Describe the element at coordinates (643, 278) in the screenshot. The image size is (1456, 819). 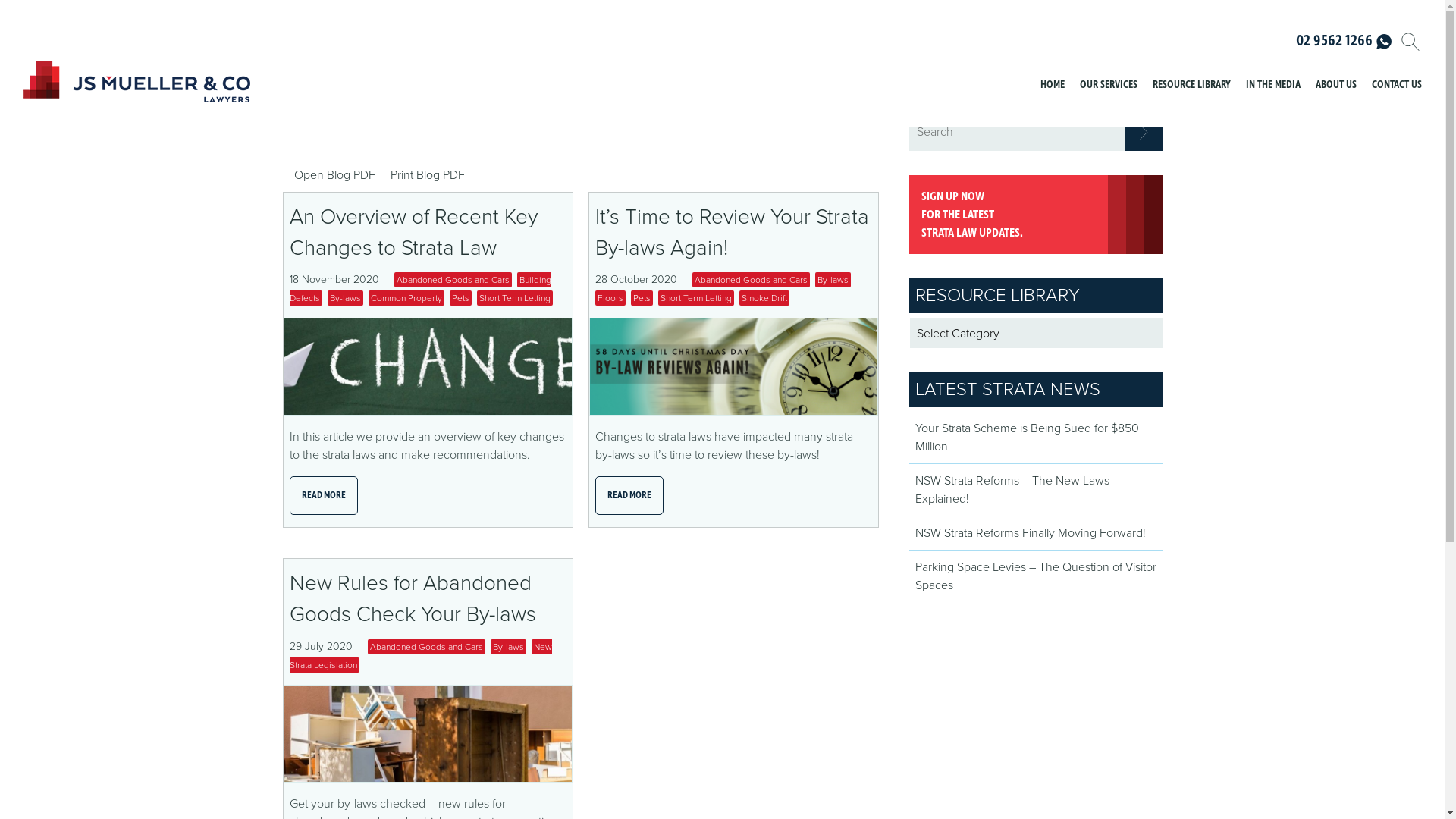
I see `'28 October 2020'` at that location.